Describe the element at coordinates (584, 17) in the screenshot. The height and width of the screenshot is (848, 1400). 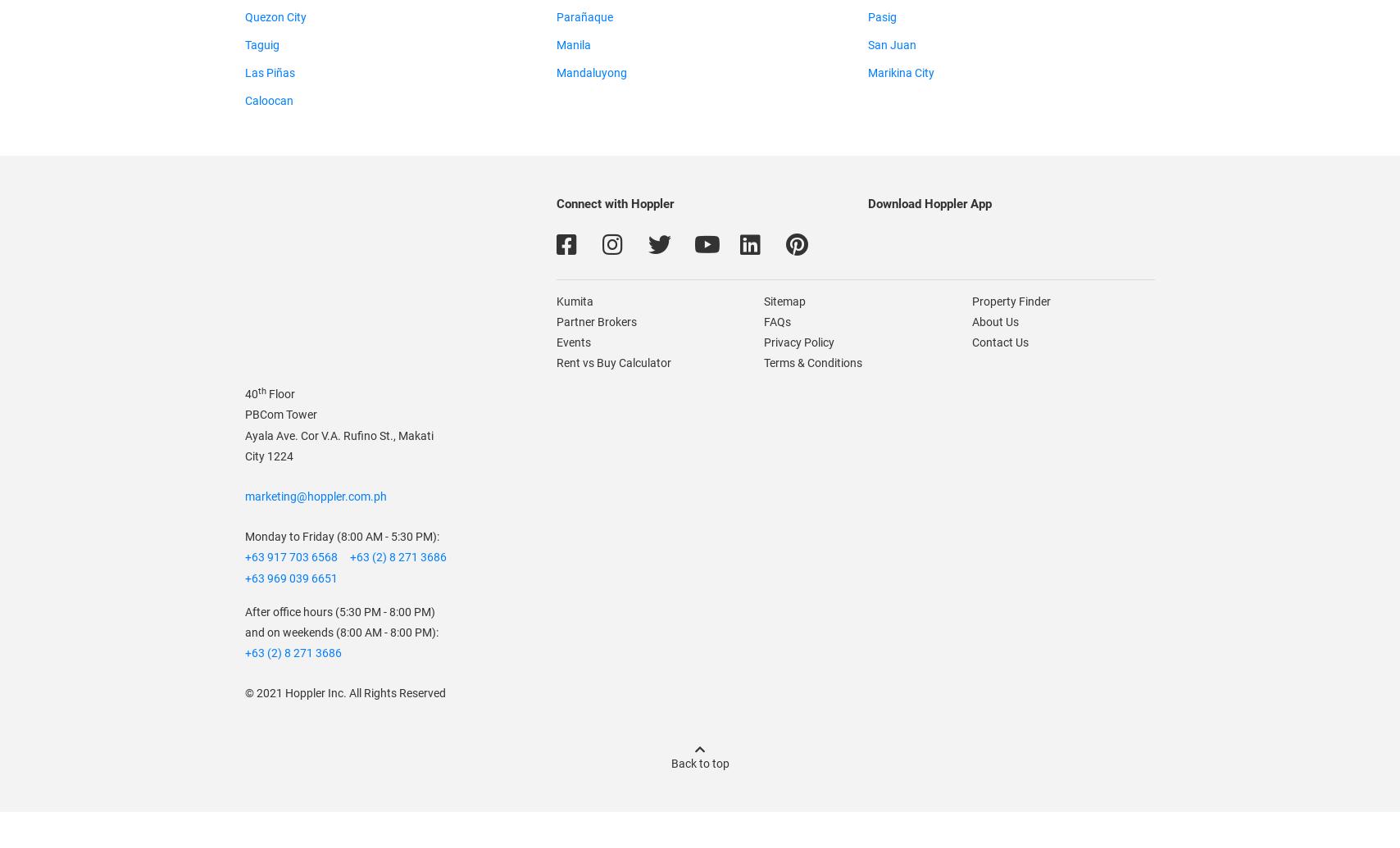
I see `'Parañaque'` at that location.